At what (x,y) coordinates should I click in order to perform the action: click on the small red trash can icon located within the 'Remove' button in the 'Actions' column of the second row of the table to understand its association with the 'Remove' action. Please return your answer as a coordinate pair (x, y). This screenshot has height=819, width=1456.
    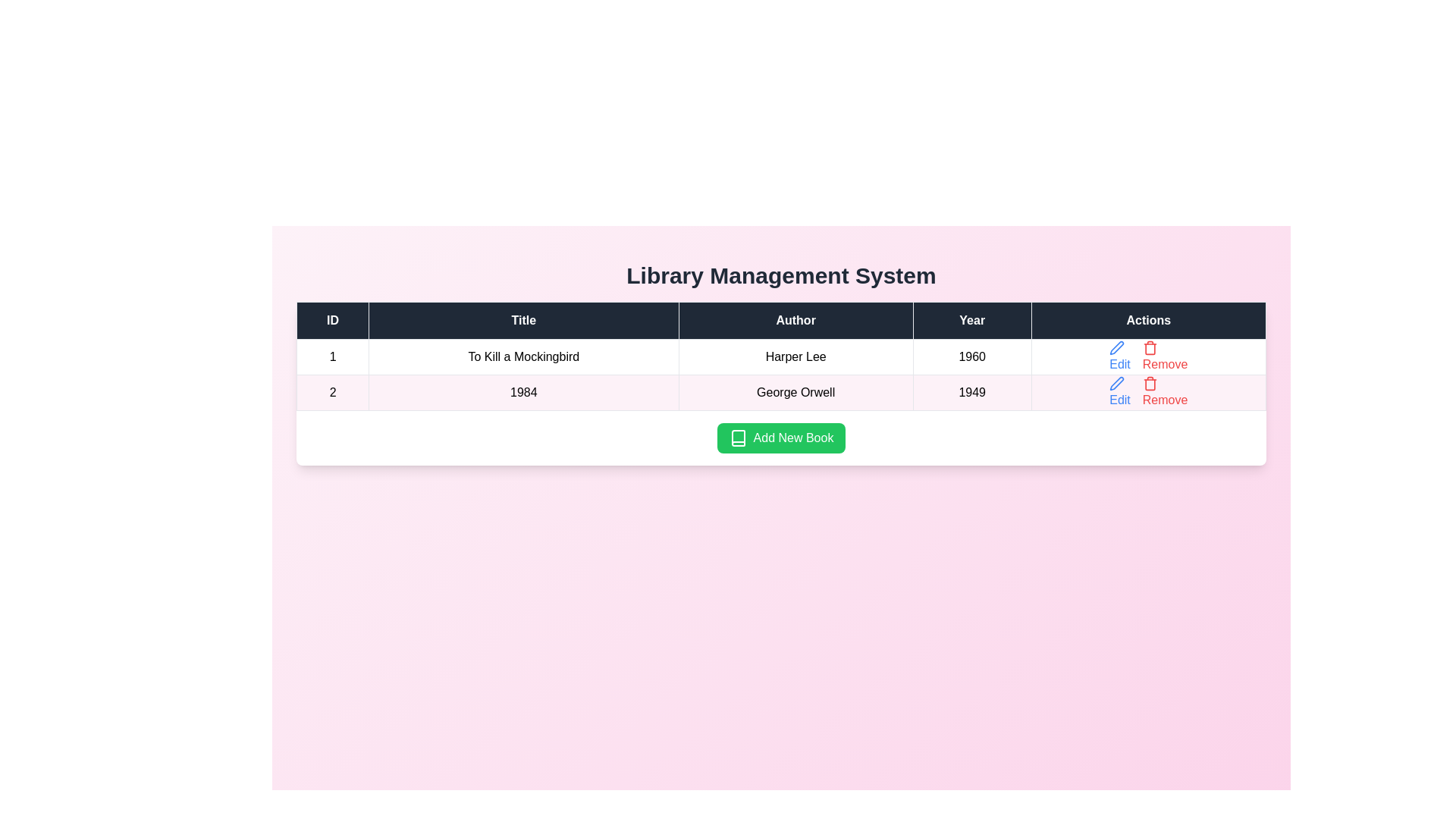
    Looking at the image, I should click on (1150, 348).